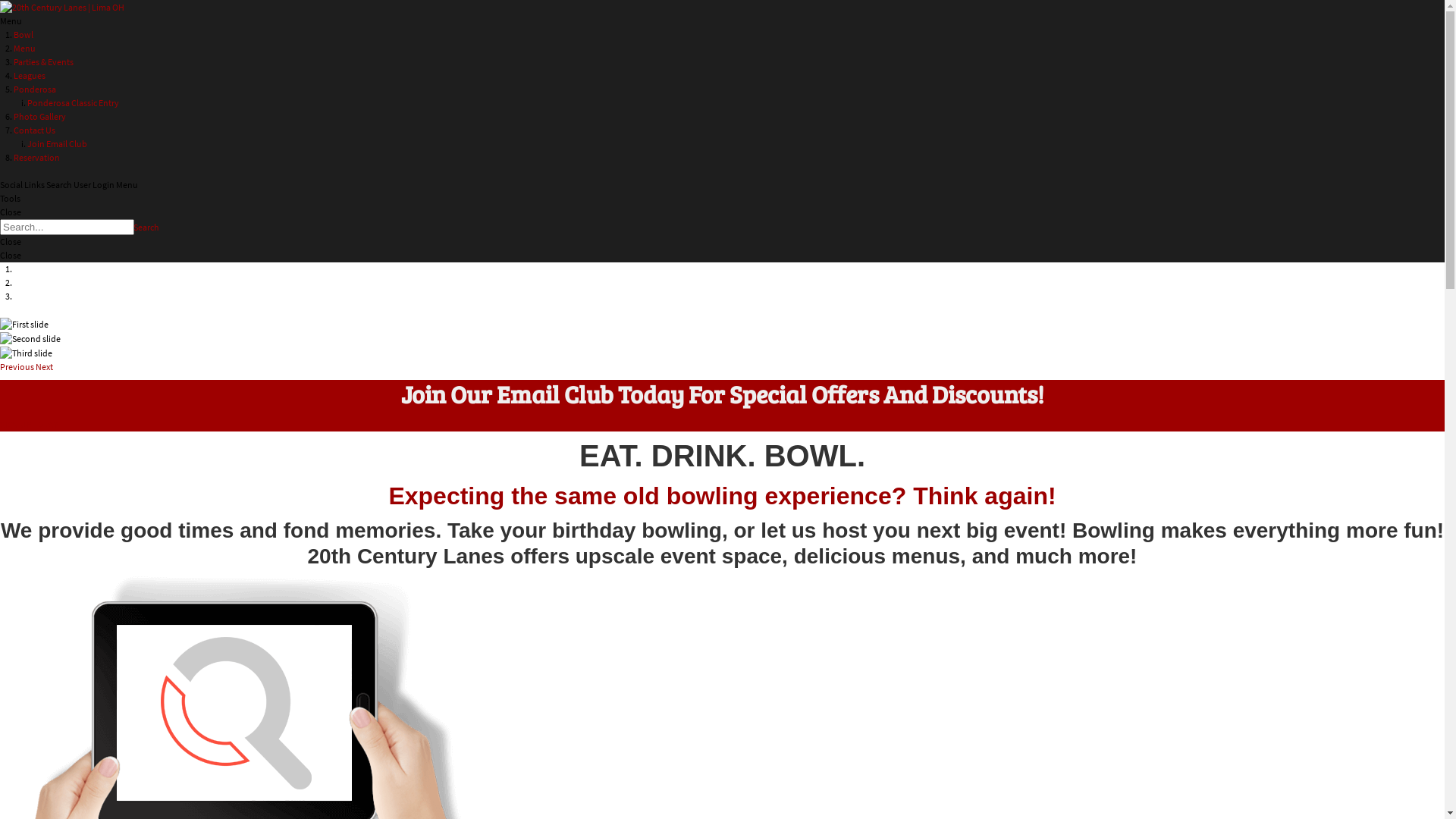 The image size is (1456, 819). Describe the element at coordinates (14, 89) in the screenshot. I see `'Ponderosa'` at that location.